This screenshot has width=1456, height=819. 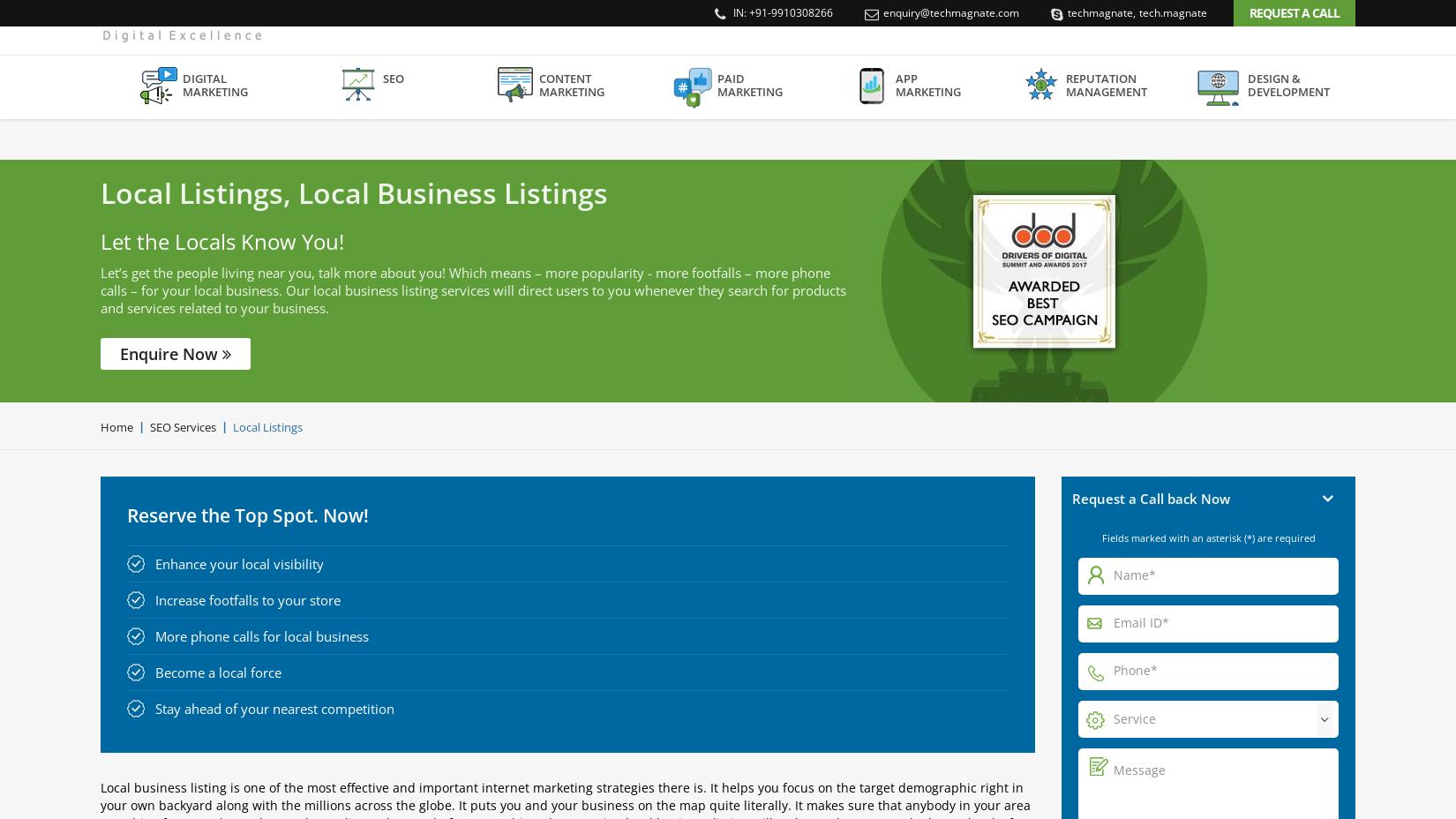 What do you see at coordinates (343, 332) in the screenshot?
I see `'Ecommerce SEO'` at bounding box center [343, 332].